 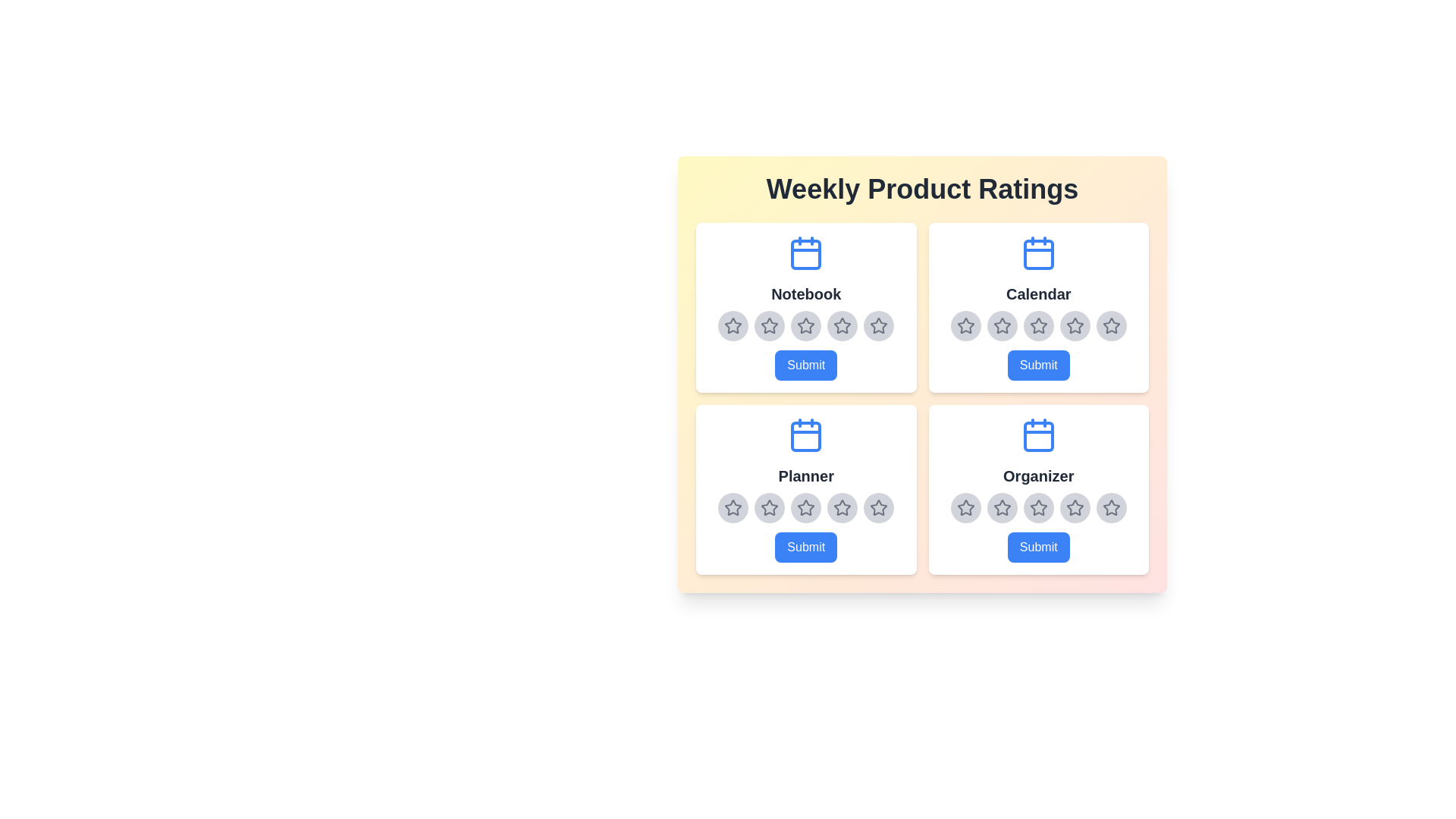 I want to click on submit button for the product Calendar, so click(x=1037, y=366).